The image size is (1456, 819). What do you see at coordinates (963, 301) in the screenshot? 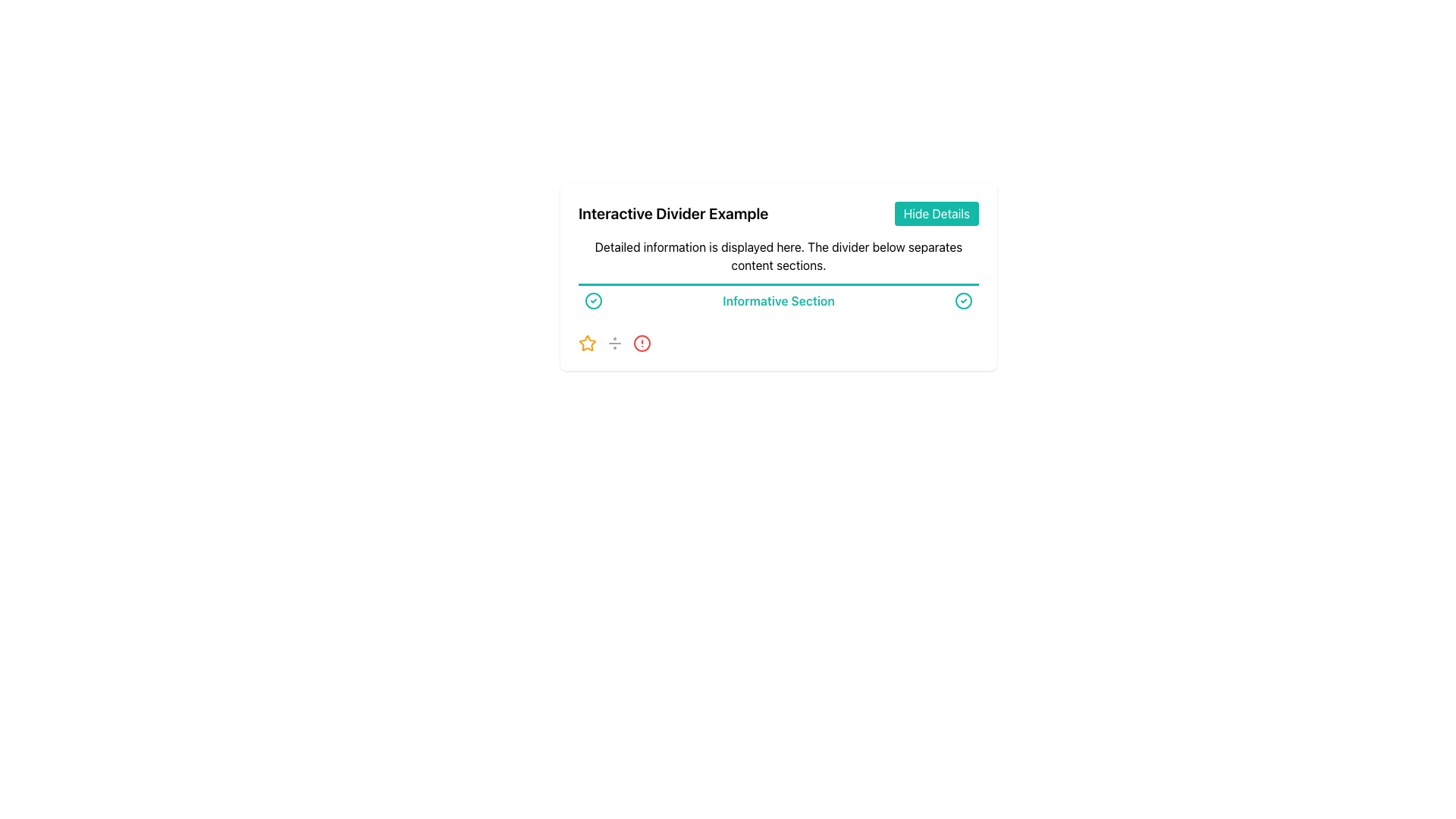
I see `teal circle element within the SVG graphic, which is part of the icon near the 'Informative Section' text, using developer tools` at bounding box center [963, 301].